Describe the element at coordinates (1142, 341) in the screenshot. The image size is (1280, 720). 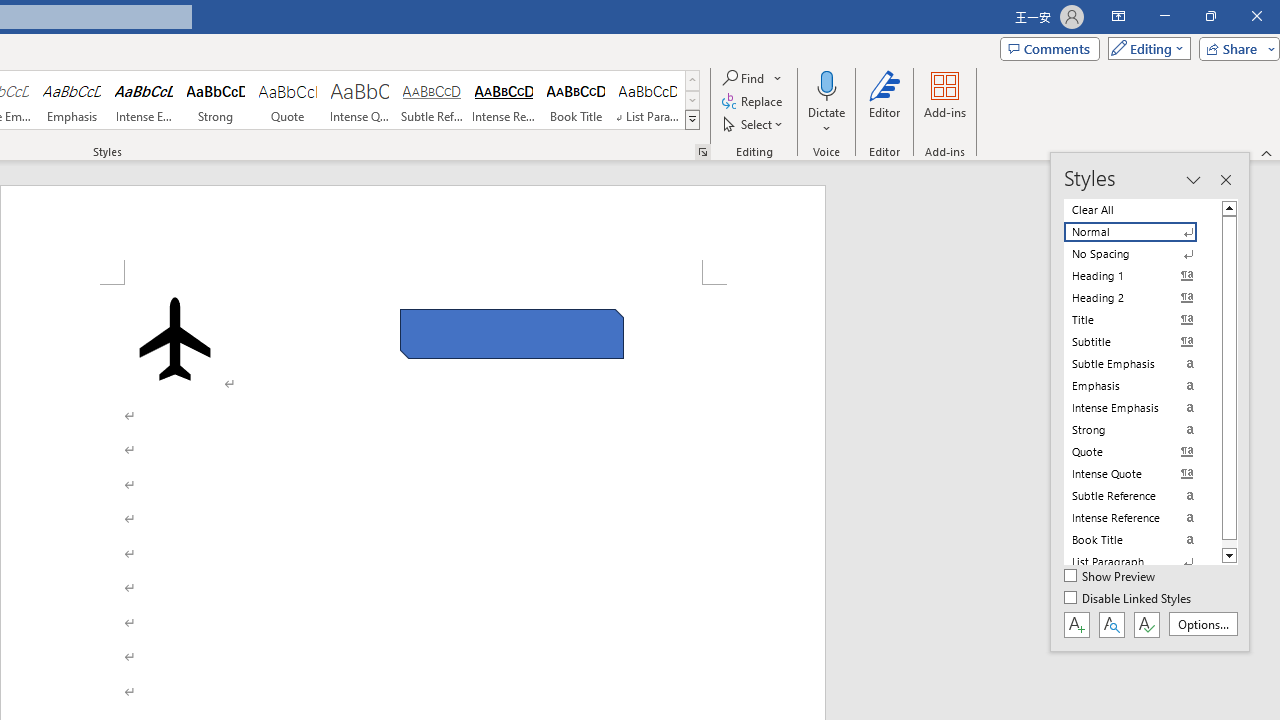
I see `'Subtitle'` at that location.